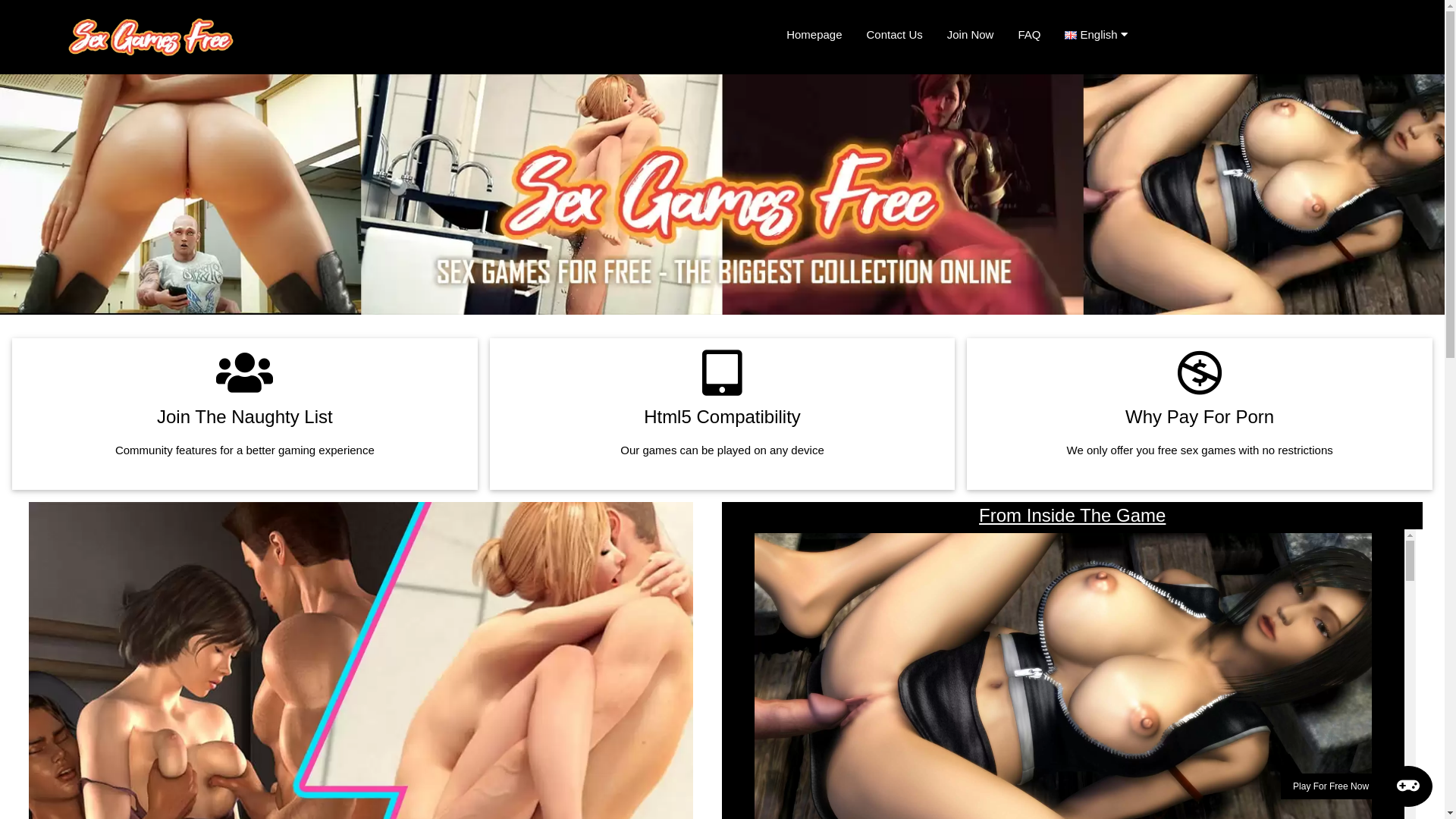 The width and height of the screenshot is (1456, 819). I want to click on 'Play For Free Now', so click(1280, 786).